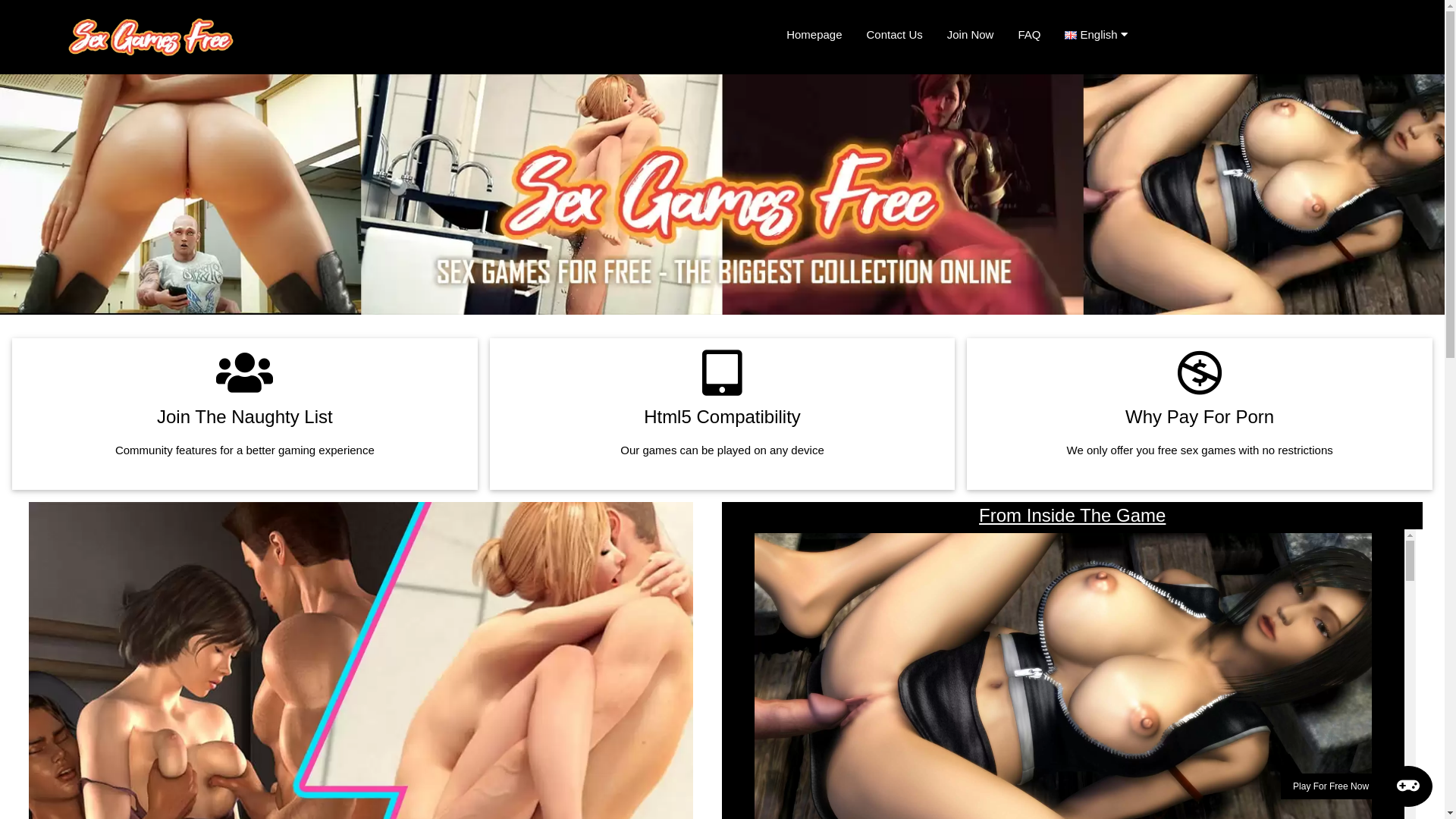 The width and height of the screenshot is (1456, 819). I want to click on 'Play For Free Now', so click(1280, 786).